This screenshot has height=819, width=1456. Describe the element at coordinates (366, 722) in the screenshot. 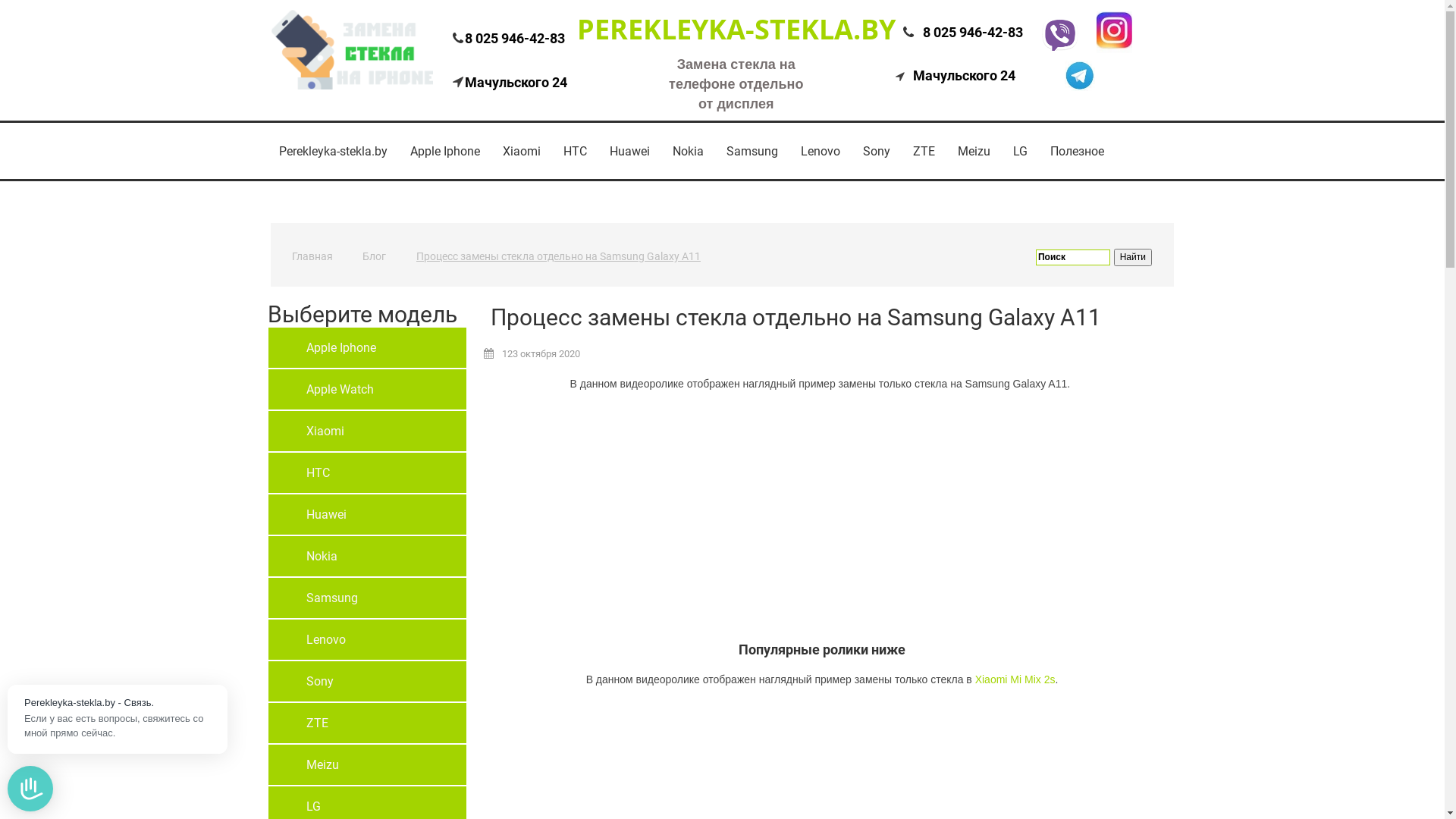

I see `'ZTE'` at that location.